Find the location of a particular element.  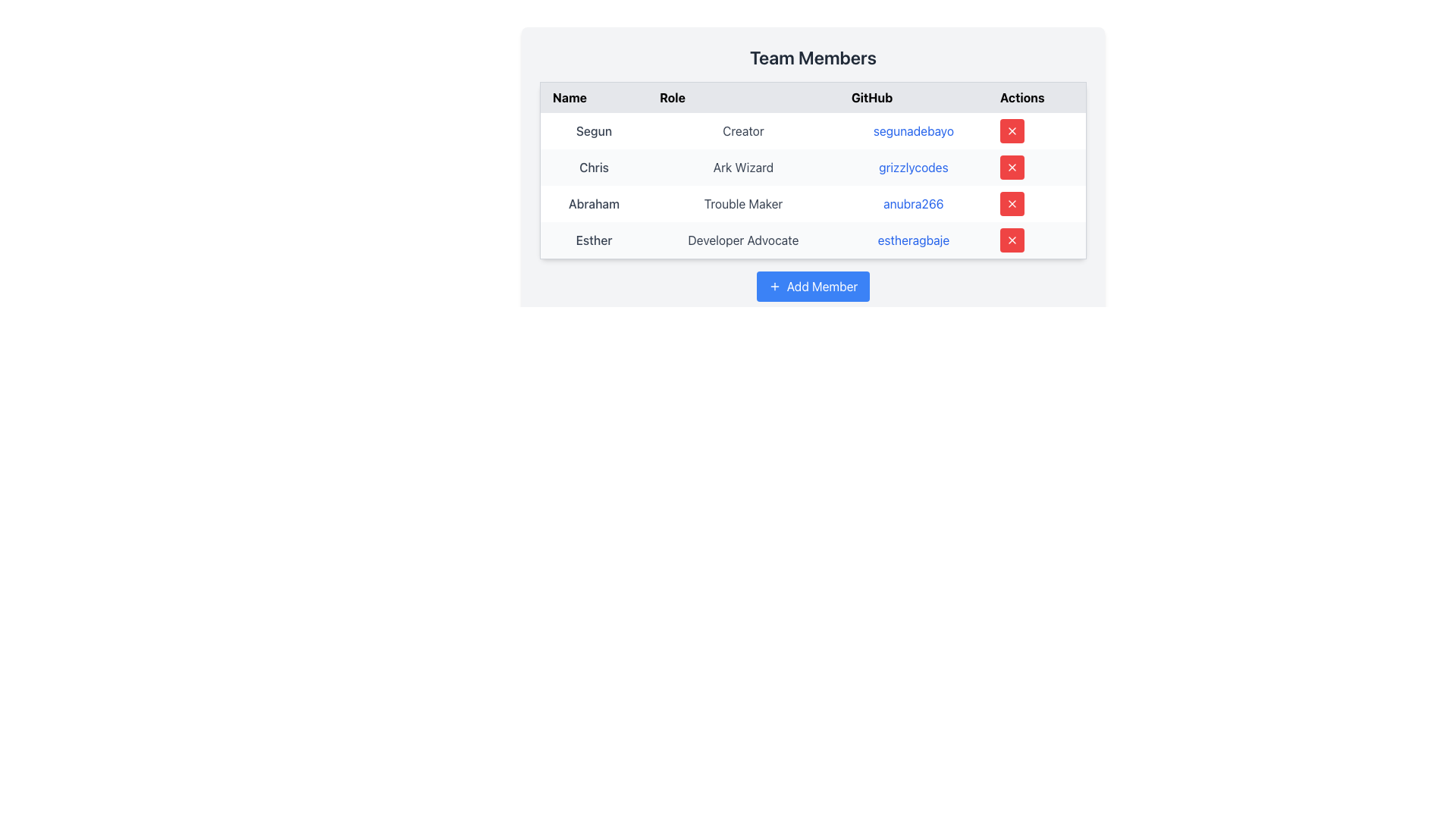

the hyperlink in the 'GitHub' column of the 'Team Members' table is located at coordinates (912, 130).